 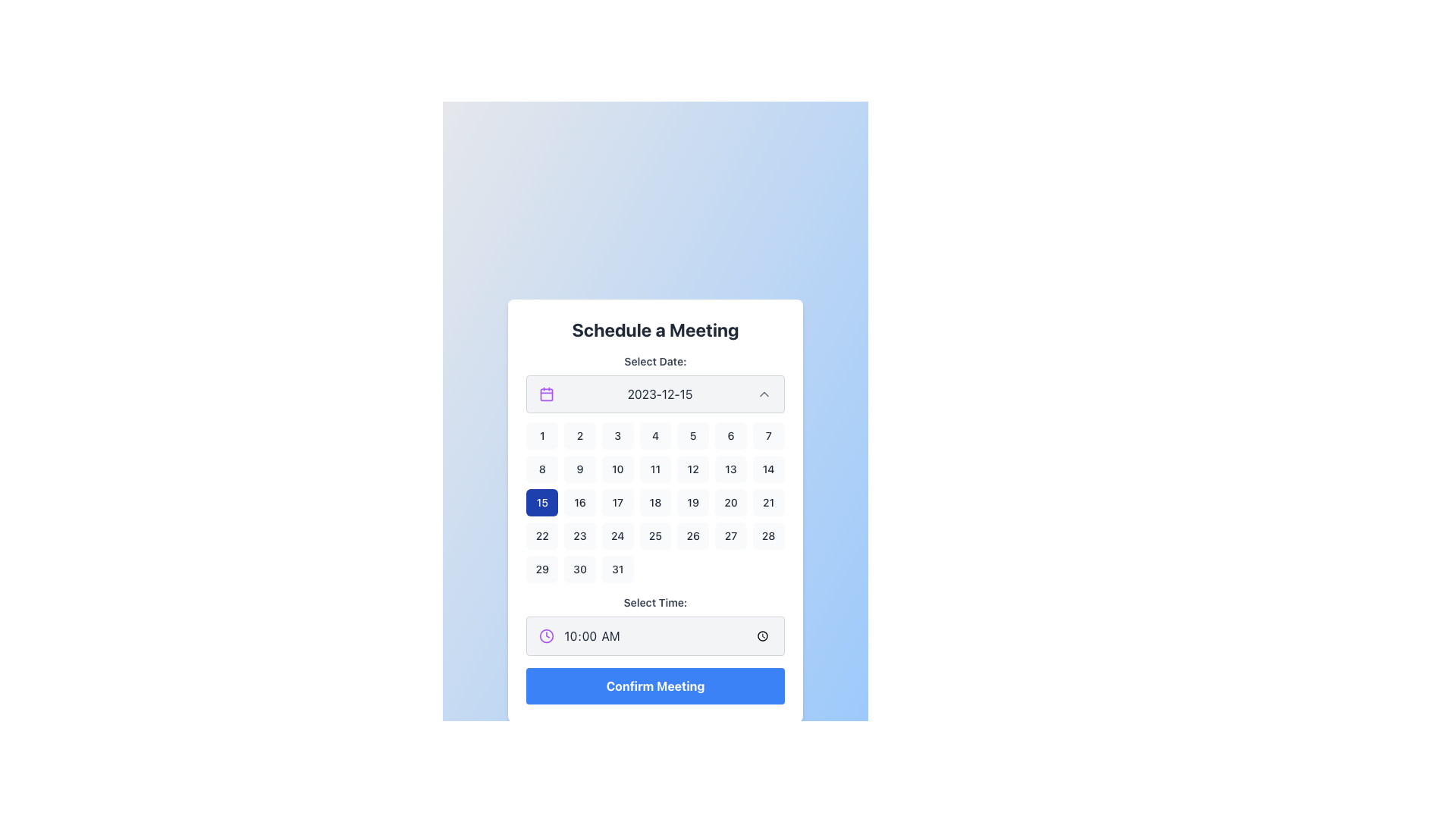 What do you see at coordinates (542, 503) in the screenshot?
I see `the button displaying the number '15' in the calendar view with a deep blue background` at bounding box center [542, 503].